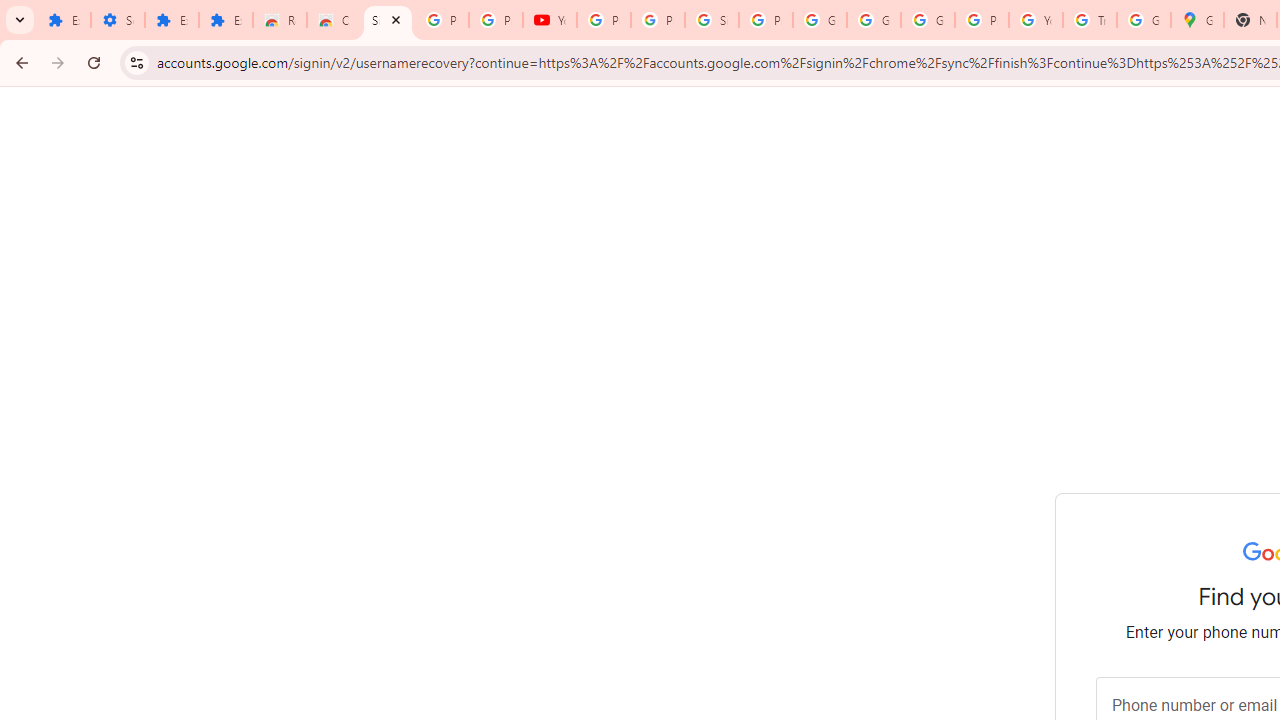 This screenshot has width=1280, height=720. Describe the element at coordinates (279, 20) in the screenshot. I see `'Reviews: Helix Fruit Jump Arcade Game'` at that location.